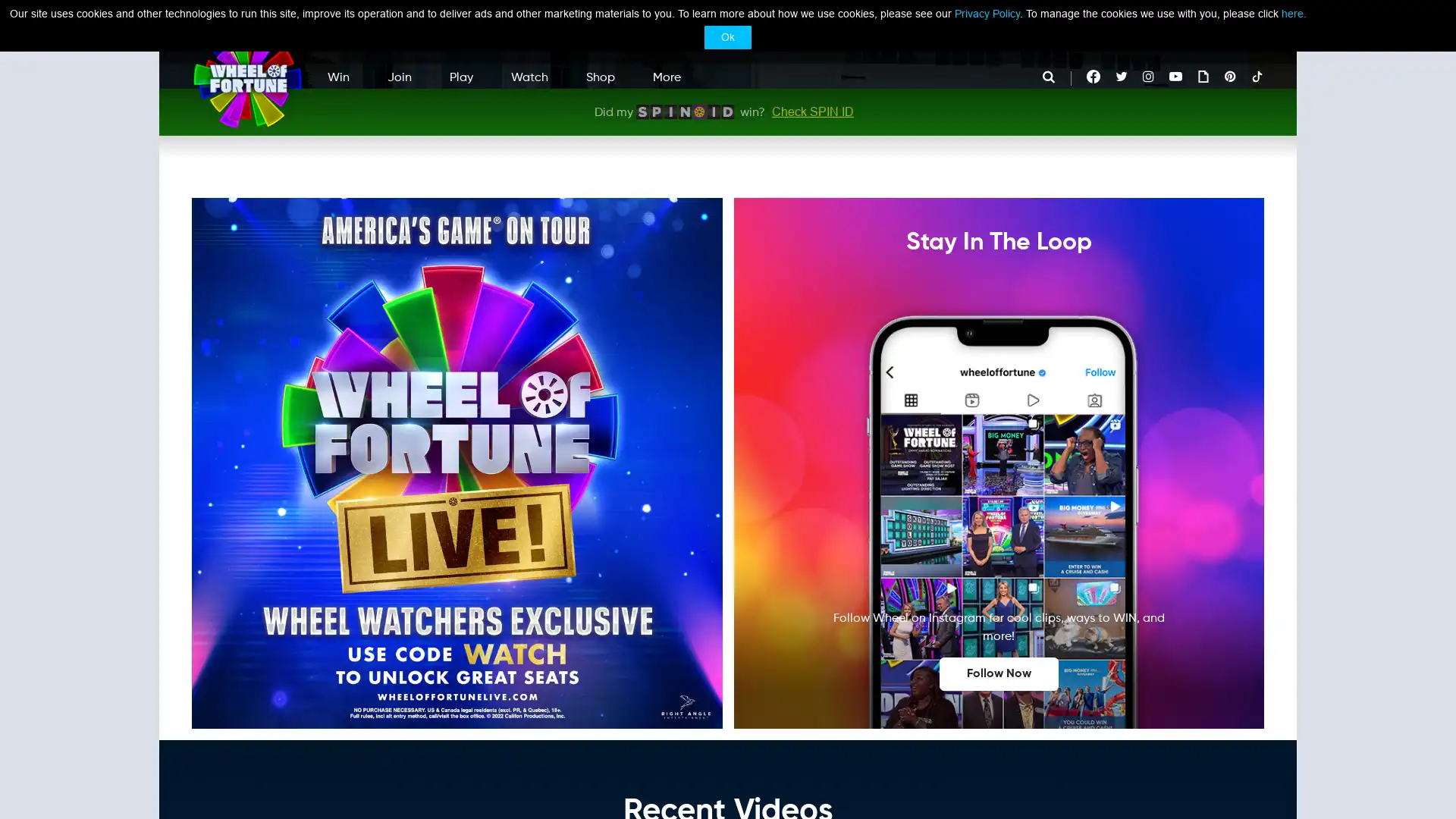 The image size is (1456, 819). I want to click on Ok, so click(728, 36).